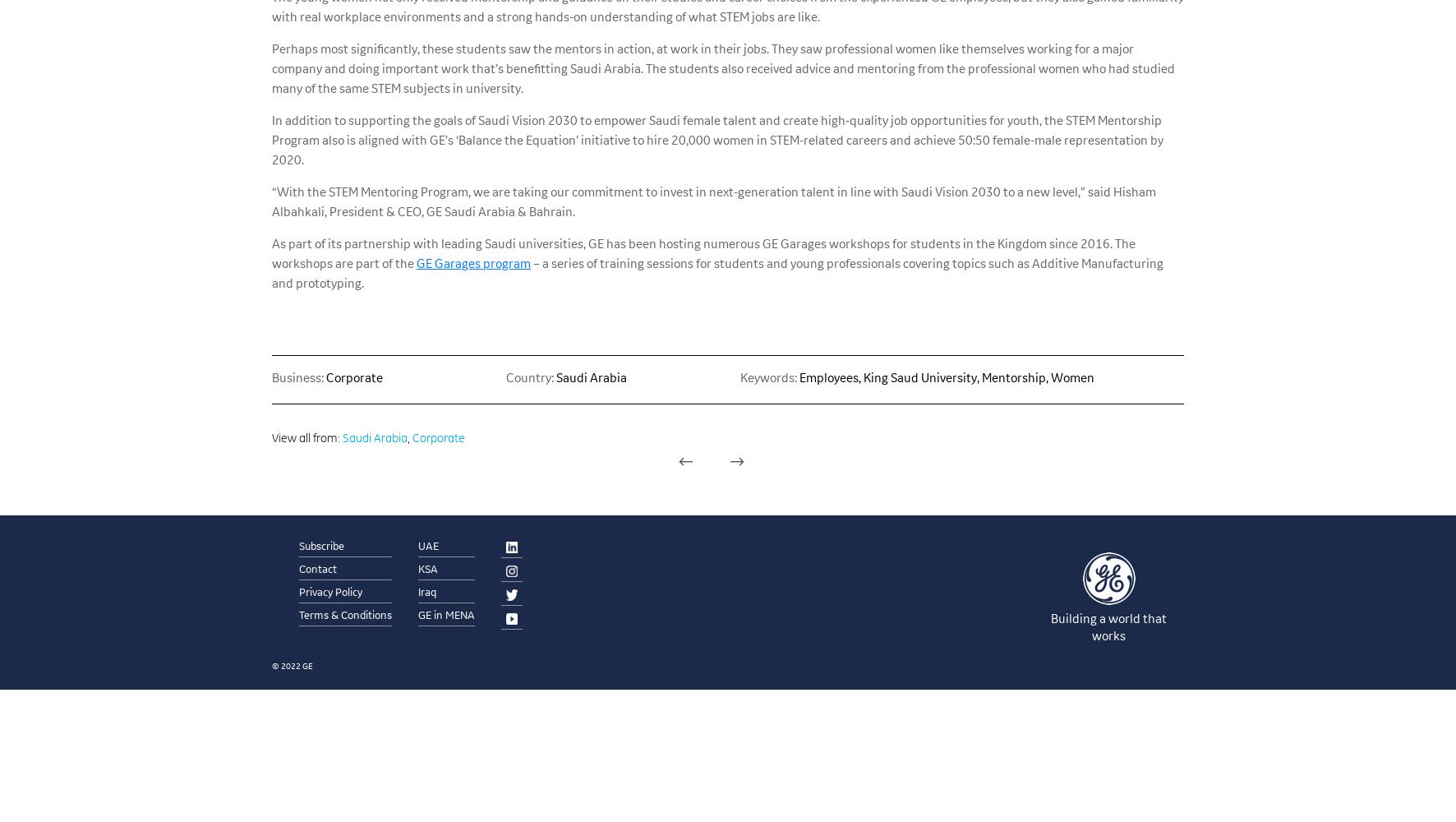 Image resolution: width=1456 pixels, height=822 pixels. Describe the element at coordinates (717, 139) in the screenshot. I see `'In addition to supporting the goals of Saudi Vision 2030 to empower Saudi female talent and create high-quality job opportunities for youth, the STEM Mentorship Program also is aligned with GE’s ‘Balance the Equation’ initiative to hire 20,000 women in STEM-related careers and achieve 50:50 female-male representation by 2020.'` at that location.